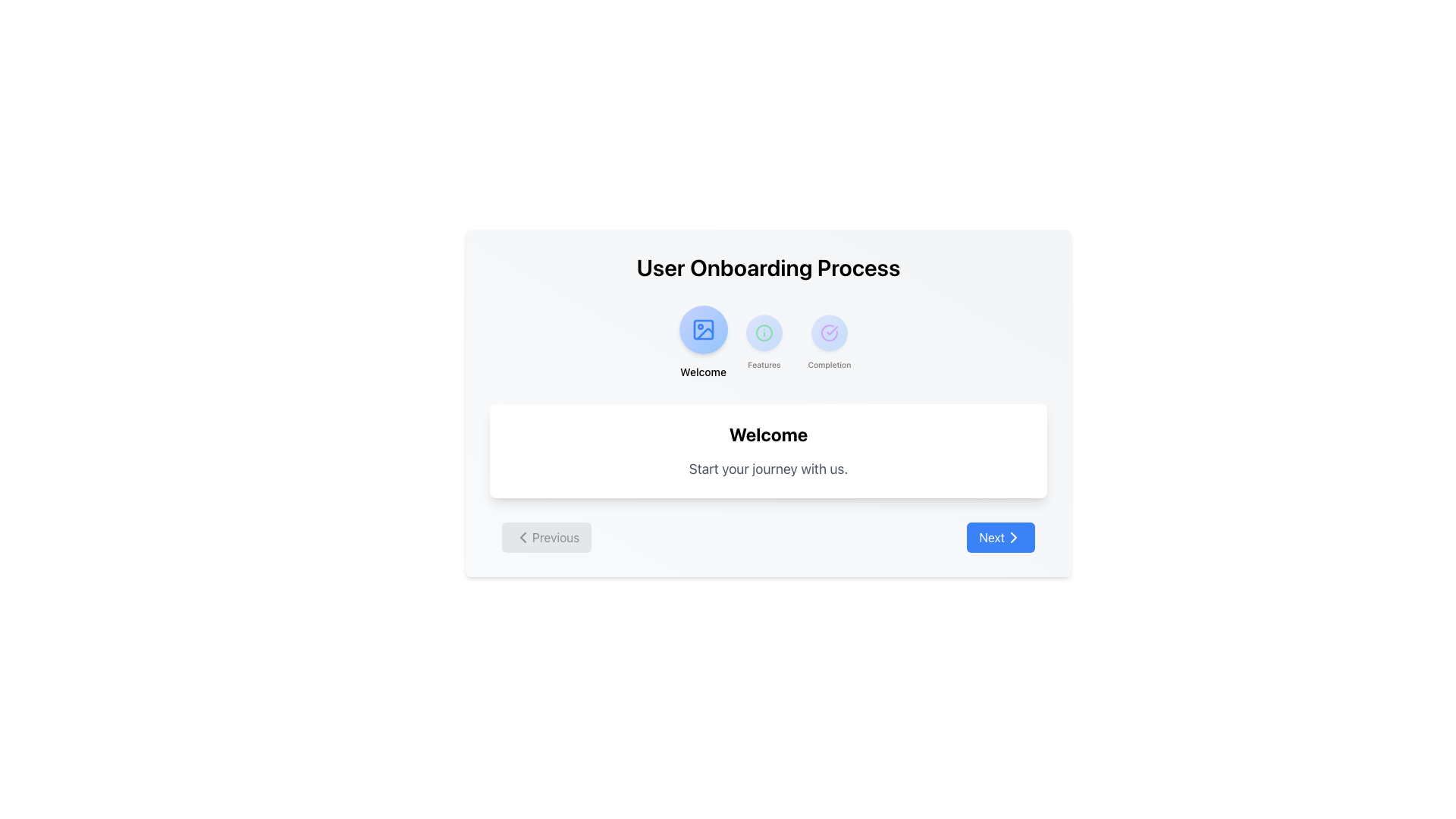 This screenshot has width=1456, height=819. I want to click on the circular icon with a gradient background and a green outline containing an info symbol, located centrally in the 'Features' section of the onboarding interface, so click(764, 332).